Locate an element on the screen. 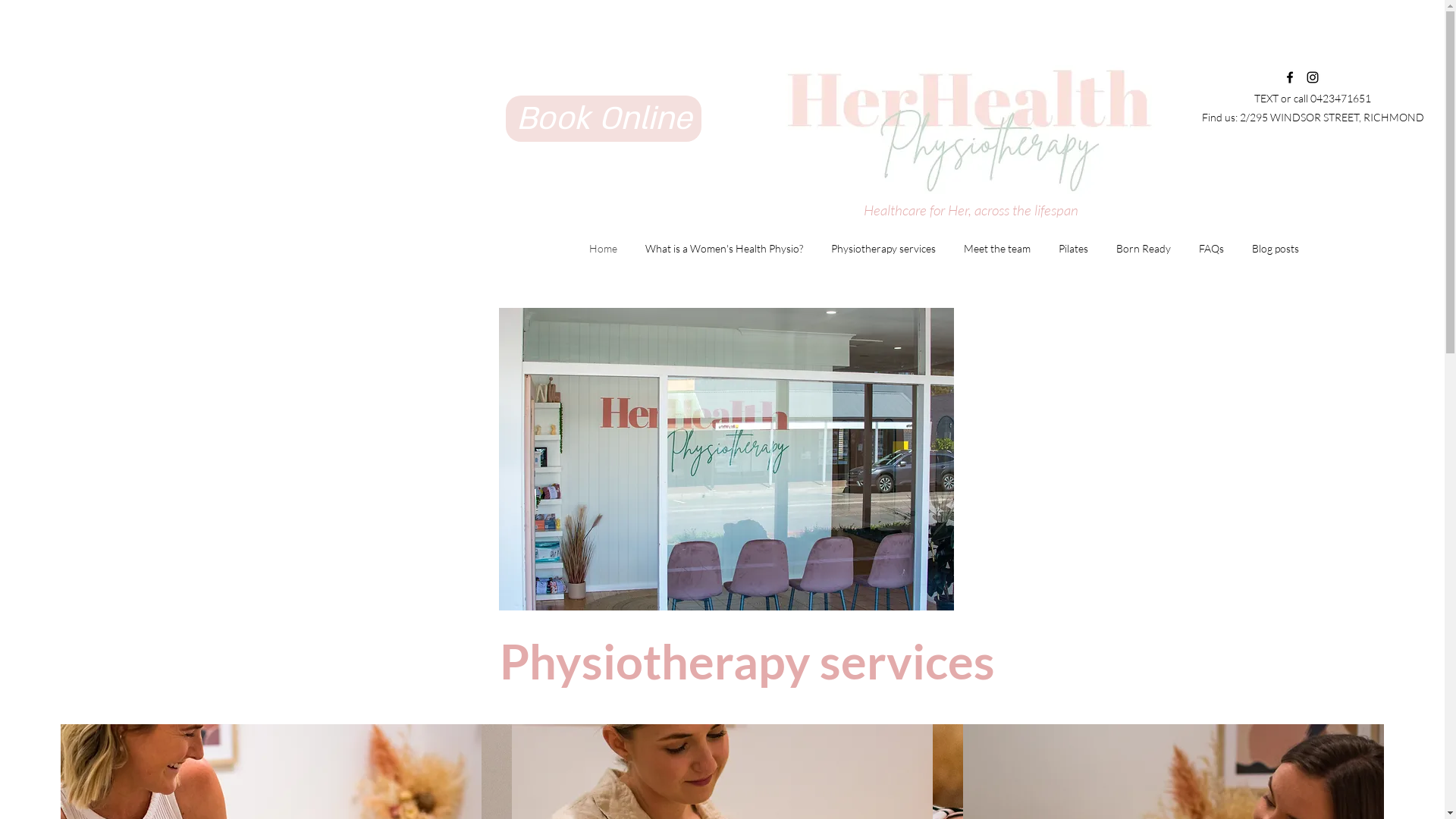  'IMG_1898.jpg' is located at coordinates (959, 123).